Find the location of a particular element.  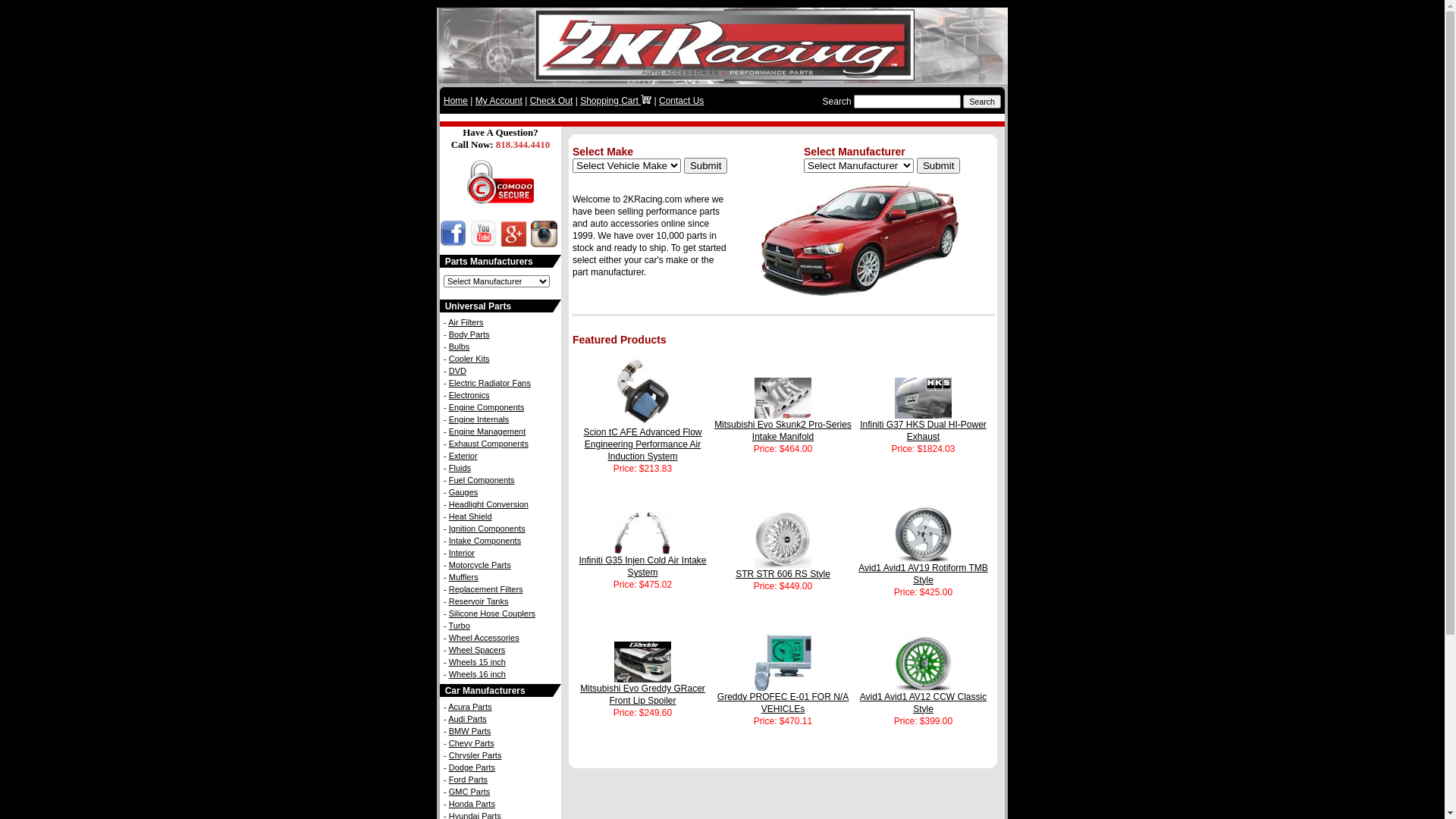

'Mitsubishi Evo Skunk2 Pro-Series Intake Manifold' is located at coordinates (713, 426).